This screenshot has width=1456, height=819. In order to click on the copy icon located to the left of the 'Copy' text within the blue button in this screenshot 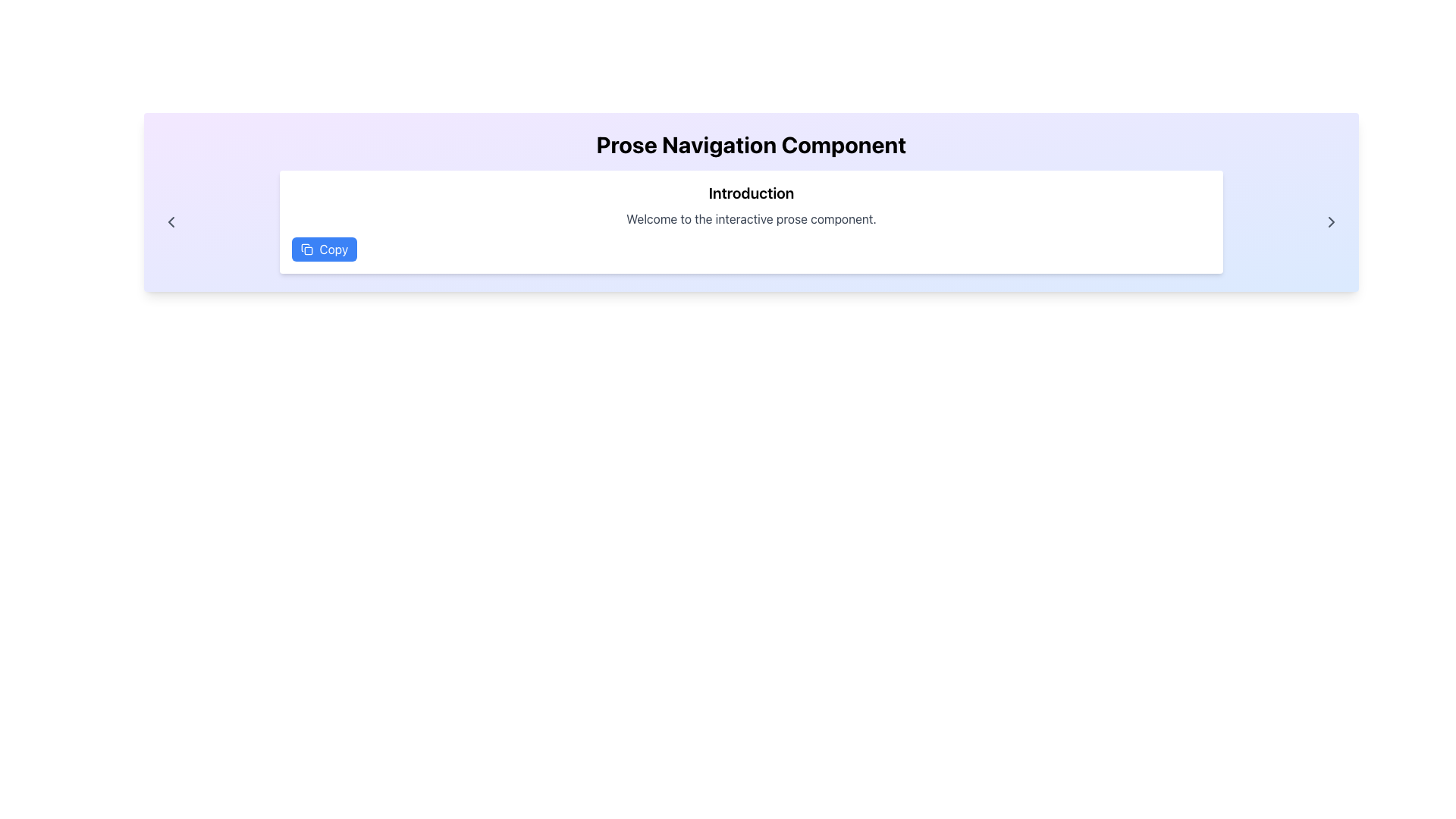, I will do `click(306, 248)`.